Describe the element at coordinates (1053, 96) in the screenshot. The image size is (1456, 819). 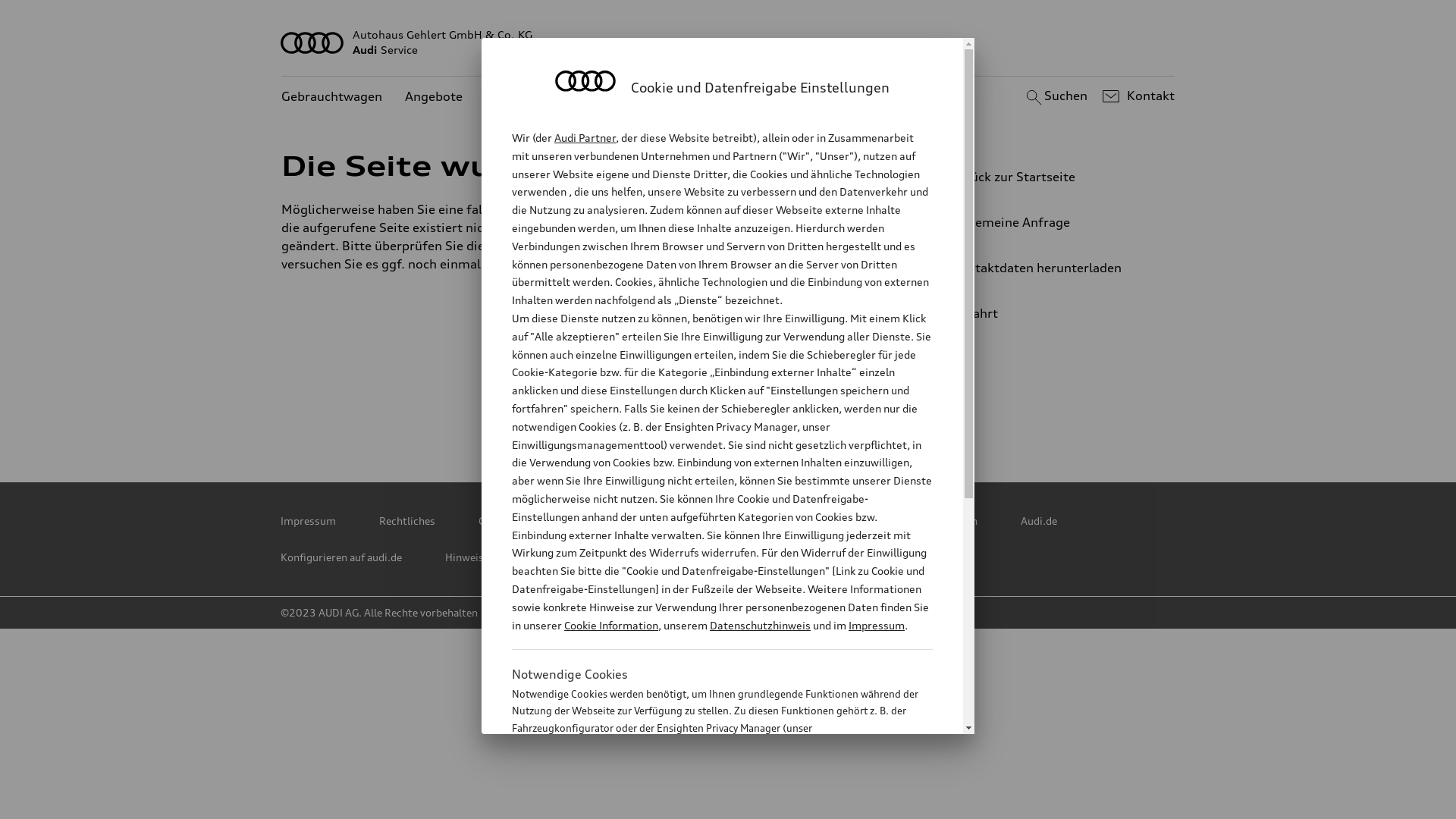
I see `'Suchen'` at that location.